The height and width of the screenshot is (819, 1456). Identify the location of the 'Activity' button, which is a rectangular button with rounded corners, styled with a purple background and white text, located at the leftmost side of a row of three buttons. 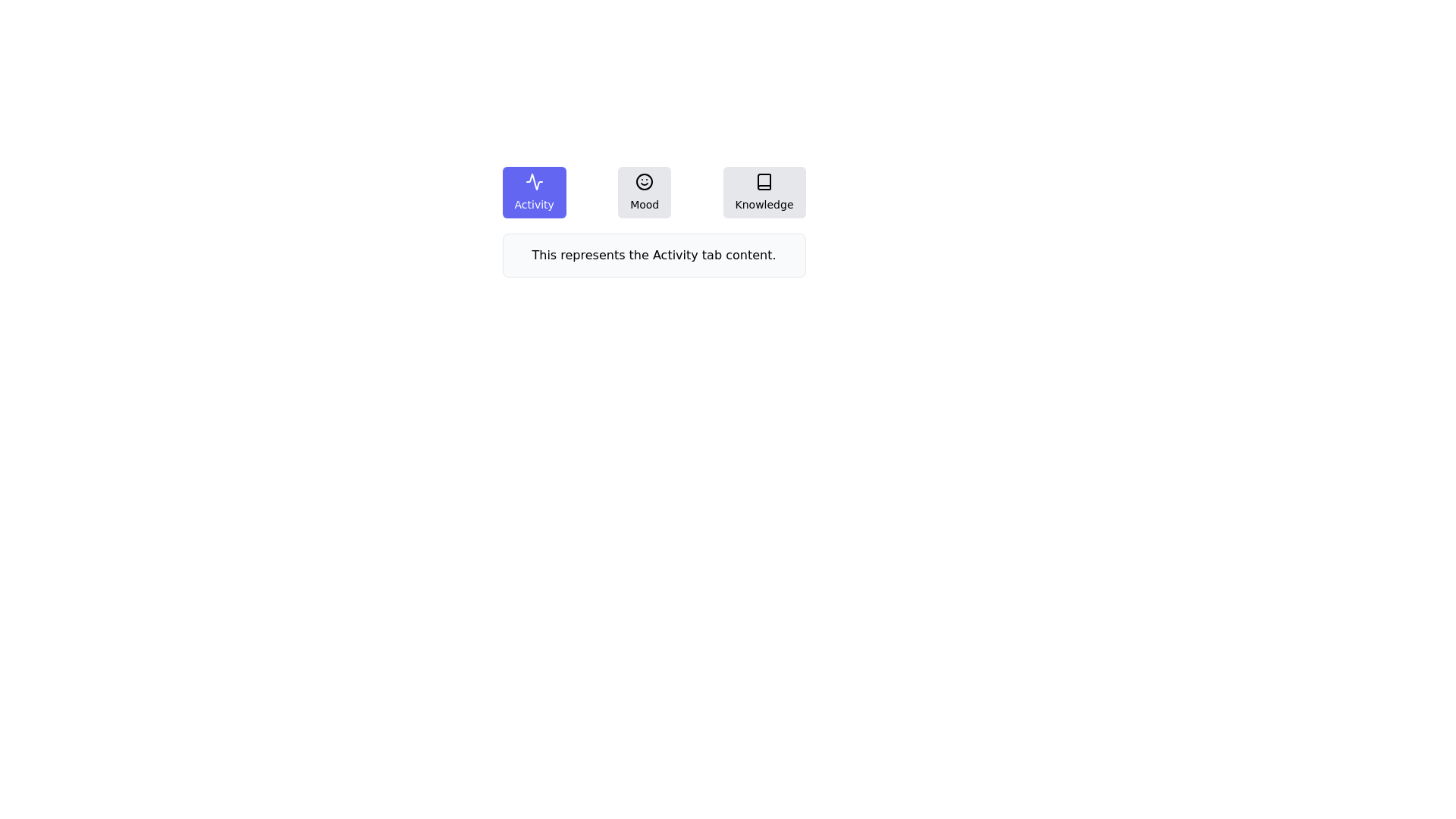
(534, 192).